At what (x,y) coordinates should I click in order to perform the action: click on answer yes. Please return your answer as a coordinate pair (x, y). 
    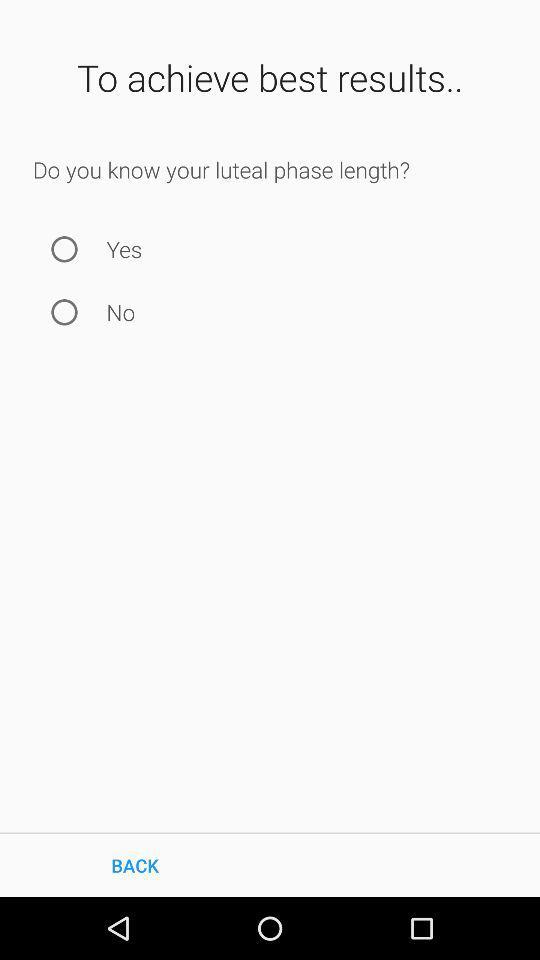
    Looking at the image, I should click on (64, 248).